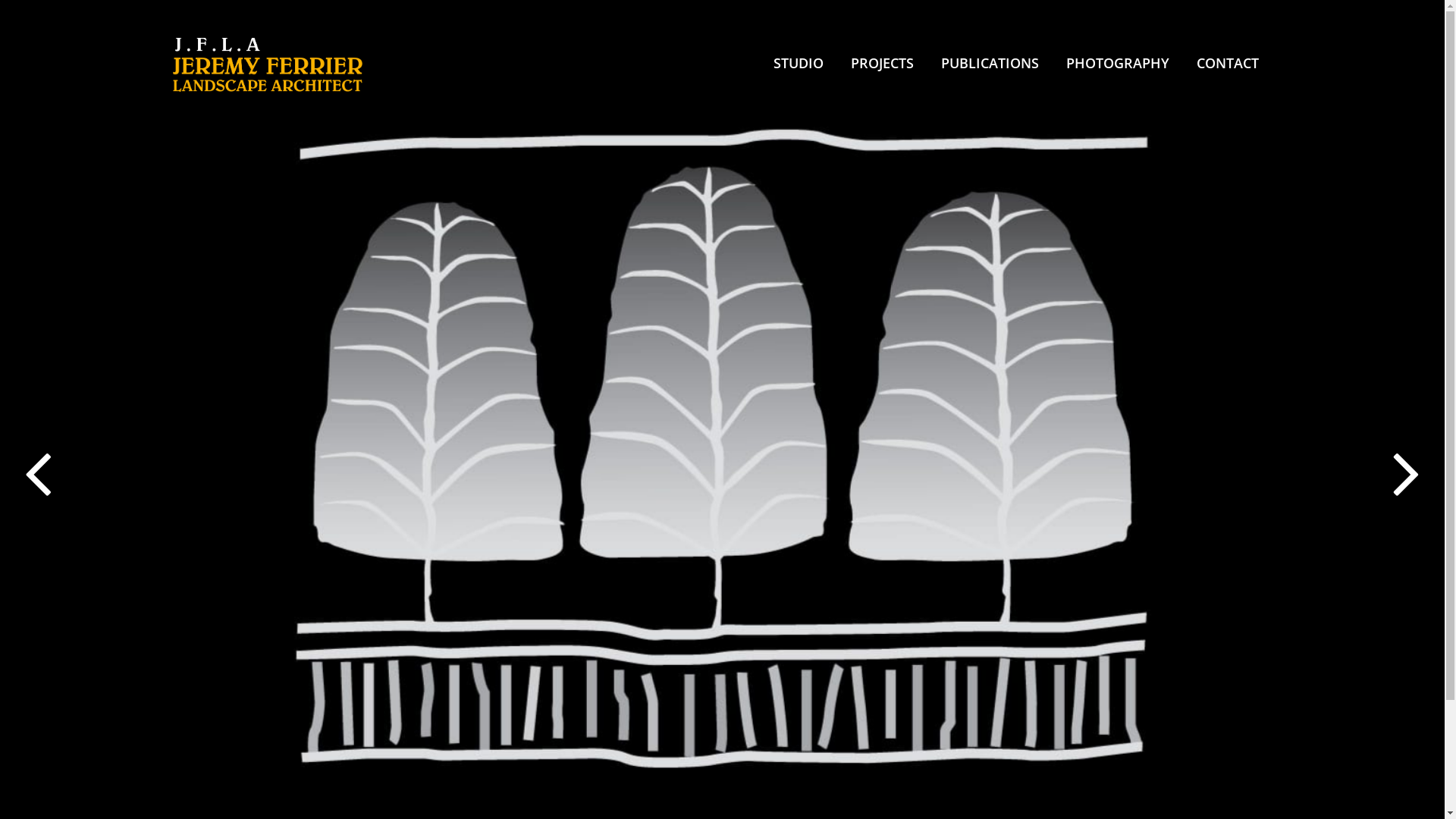  What do you see at coordinates (989, 62) in the screenshot?
I see `'PUBLICATIONS'` at bounding box center [989, 62].